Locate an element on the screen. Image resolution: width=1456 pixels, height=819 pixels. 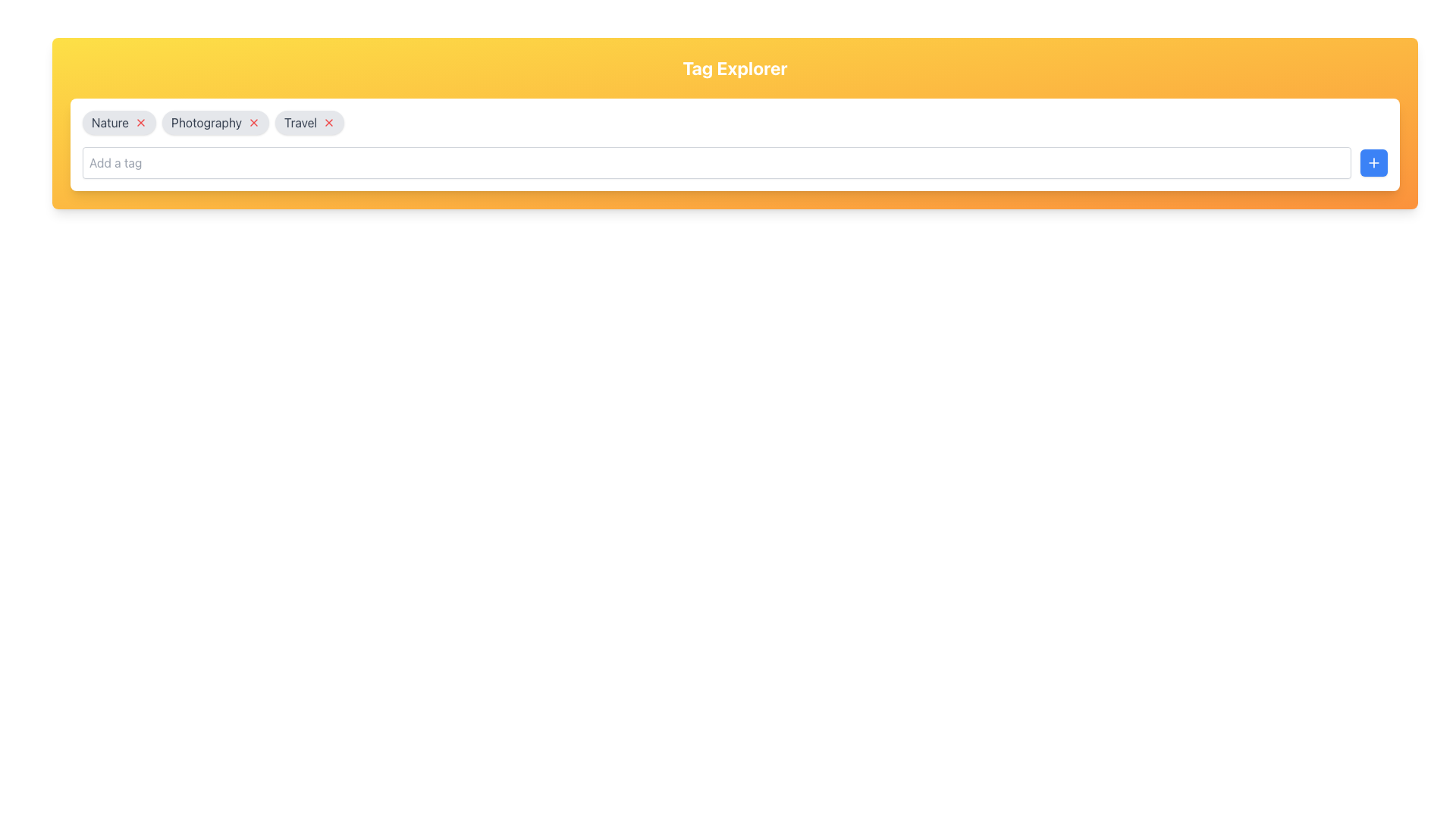
the small red 'X' icon within a gray circular background located next to the 'Nature' text is located at coordinates (141, 122).